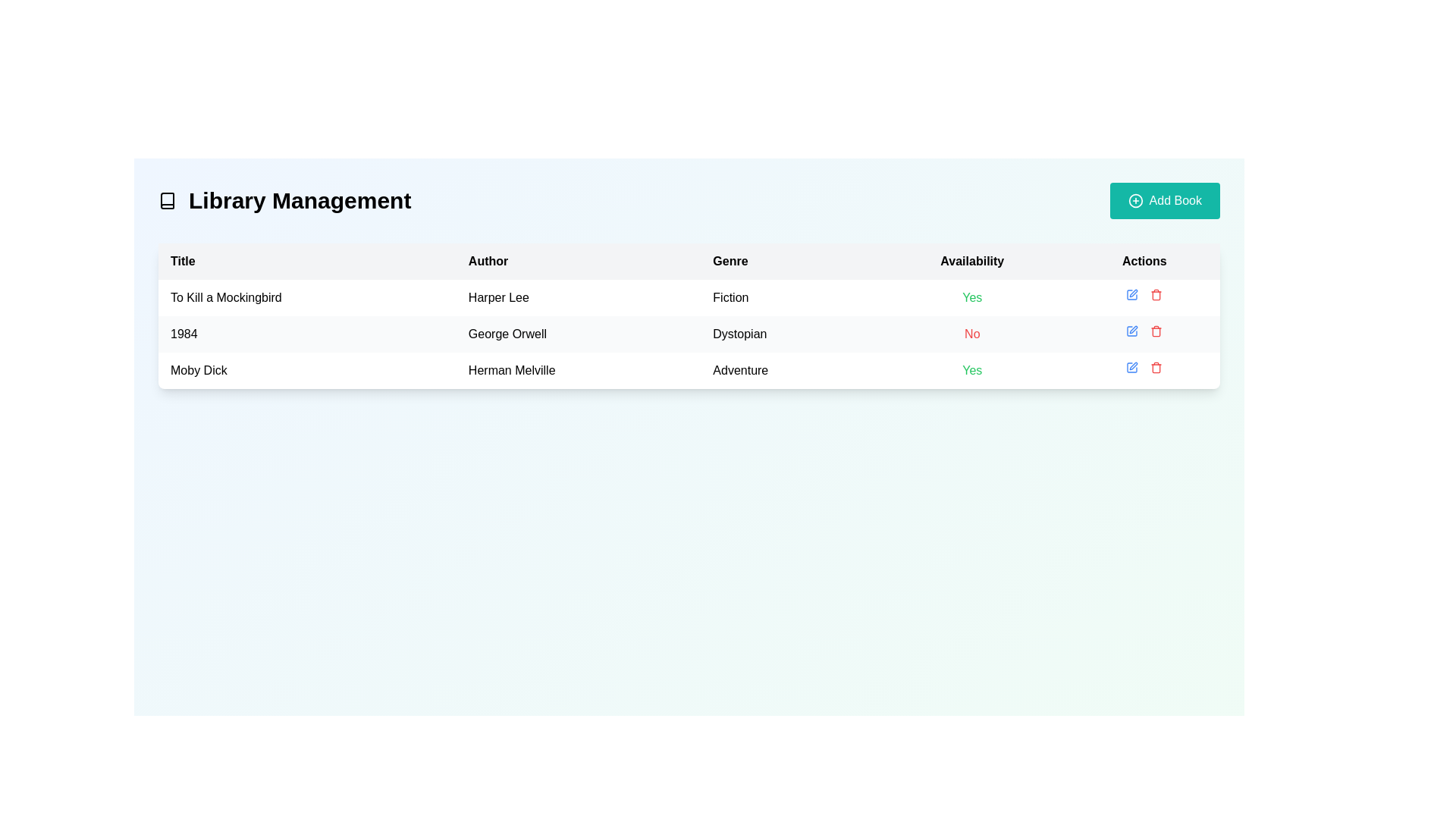 This screenshot has height=819, width=1456. What do you see at coordinates (972, 297) in the screenshot?
I see `the text label displaying the availability status of the book 'Moby Dick'` at bounding box center [972, 297].